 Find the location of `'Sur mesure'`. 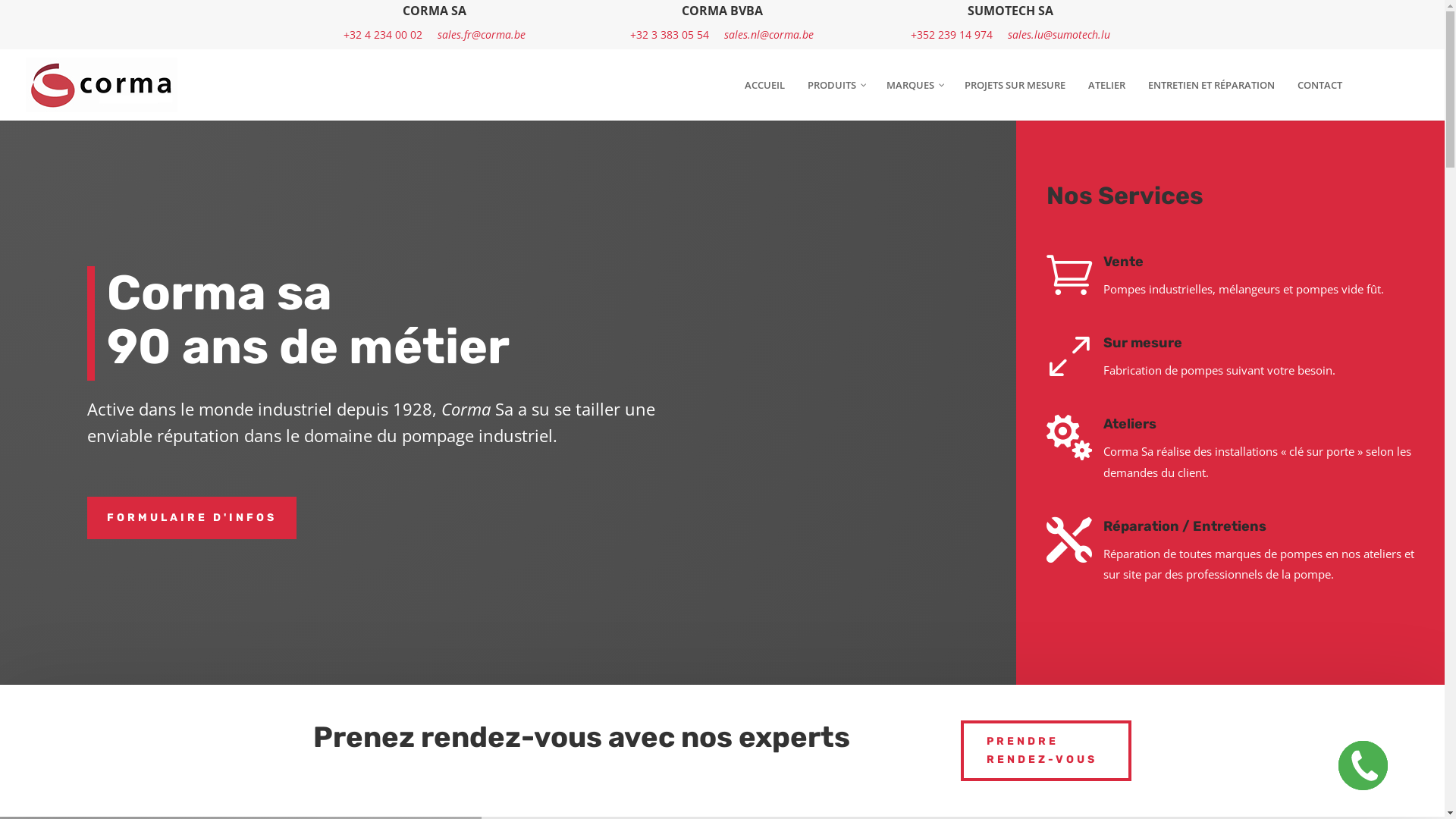

'Sur mesure' is located at coordinates (1143, 342).